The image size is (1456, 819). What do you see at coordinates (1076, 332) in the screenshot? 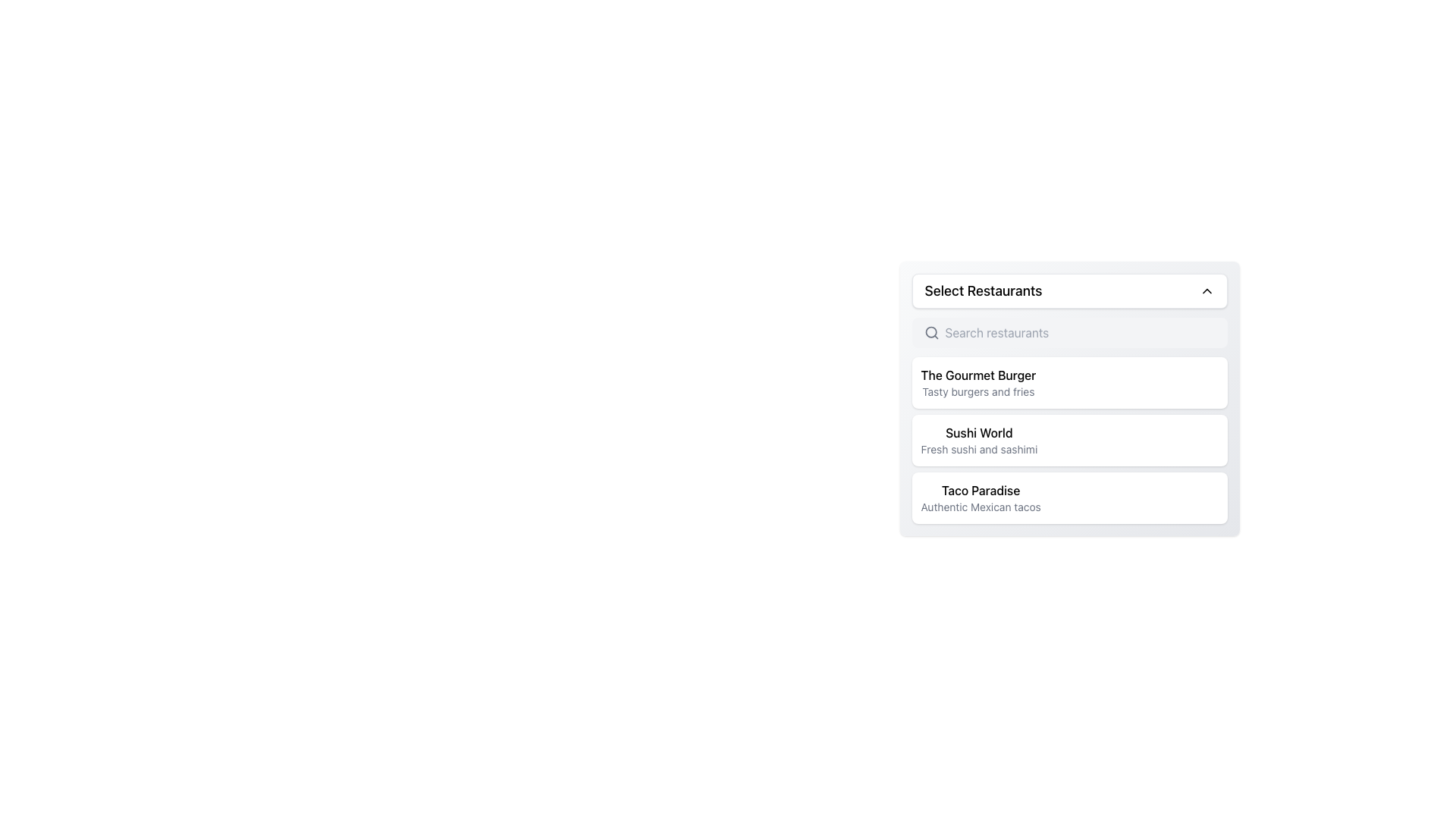
I see `and highlight text in the horizontally elongated input field with the placeholder 'Search restaurants' located at the top of the dropdown-like menu panel` at bounding box center [1076, 332].